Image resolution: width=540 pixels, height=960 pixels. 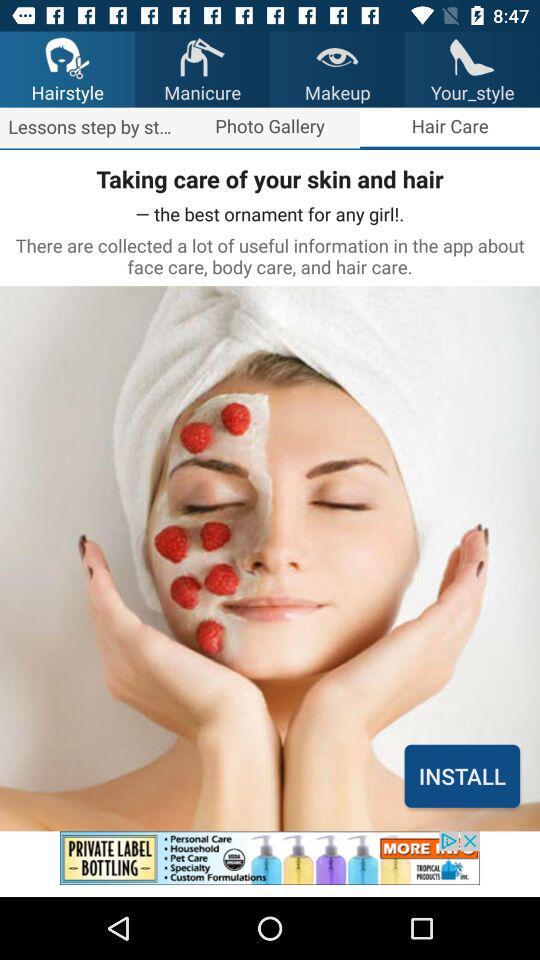 What do you see at coordinates (270, 863) in the screenshot?
I see `advertisement` at bounding box center [270, 863].